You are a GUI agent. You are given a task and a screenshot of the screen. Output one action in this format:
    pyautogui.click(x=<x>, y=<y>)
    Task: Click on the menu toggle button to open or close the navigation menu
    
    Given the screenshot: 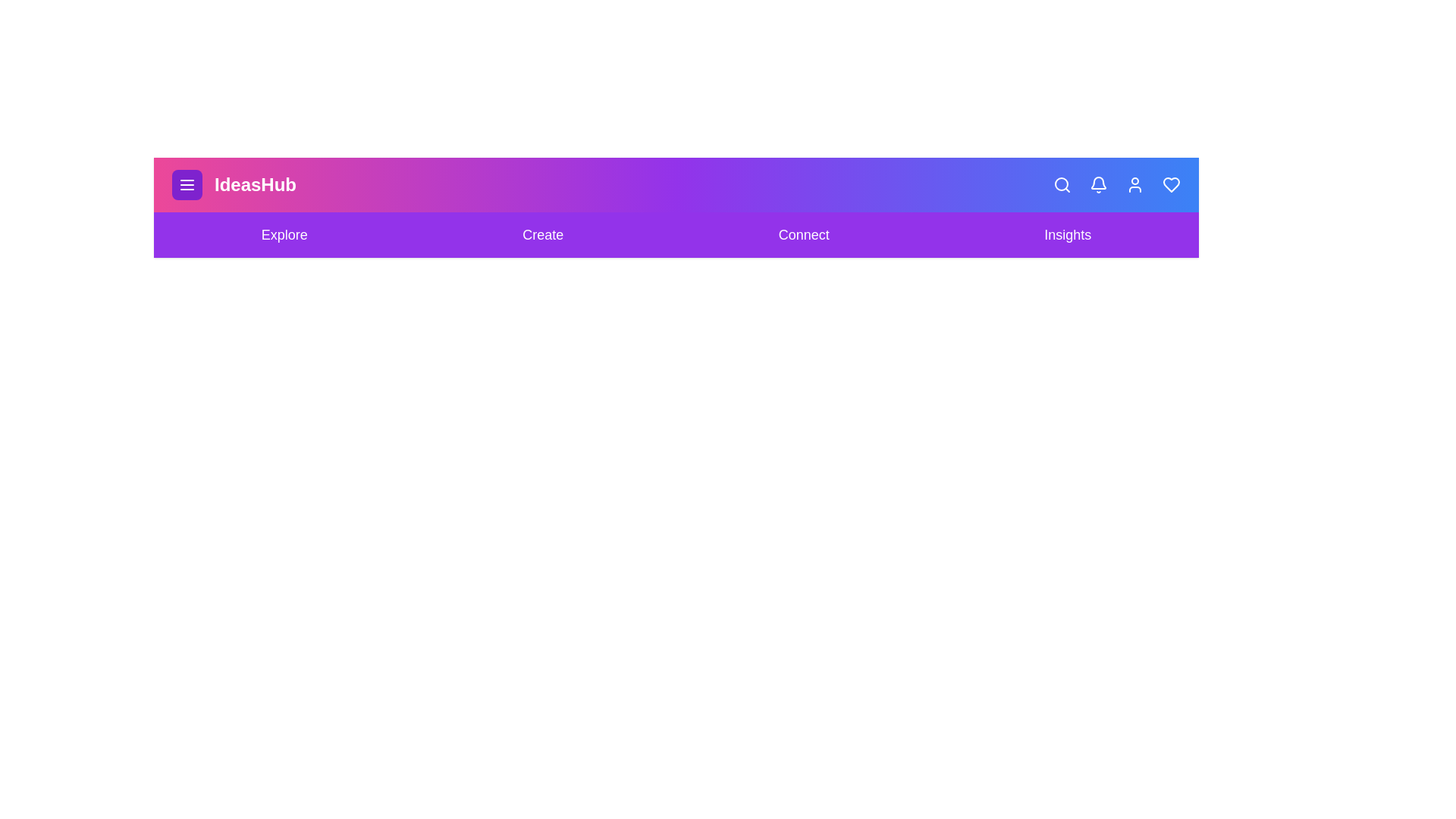 What is the action you would take?
    pyautogui.click(x=186, y=184)
    